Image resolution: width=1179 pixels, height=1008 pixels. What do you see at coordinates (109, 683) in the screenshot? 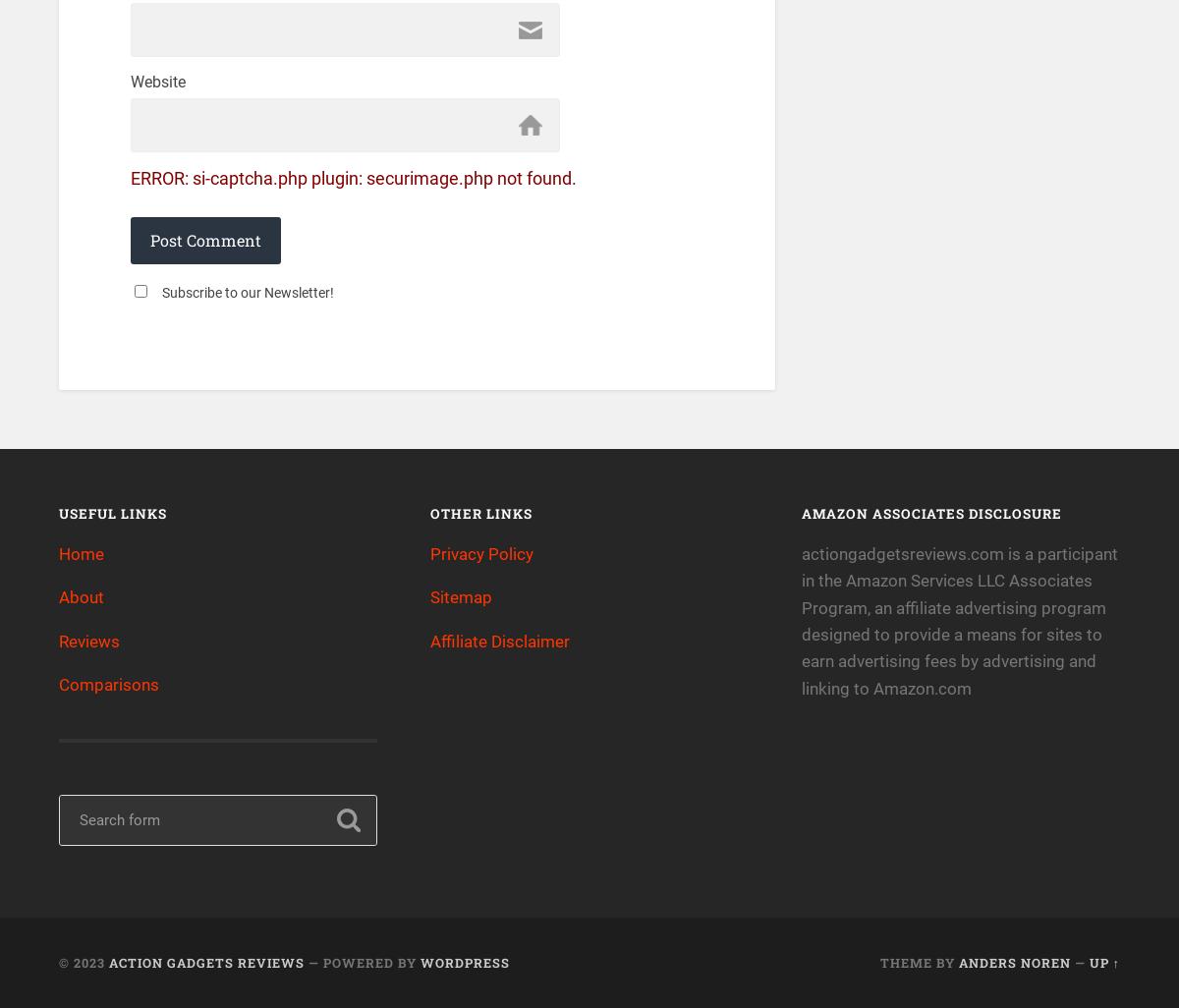
I see `'Comparisons'` at bounding box center [109, 683].